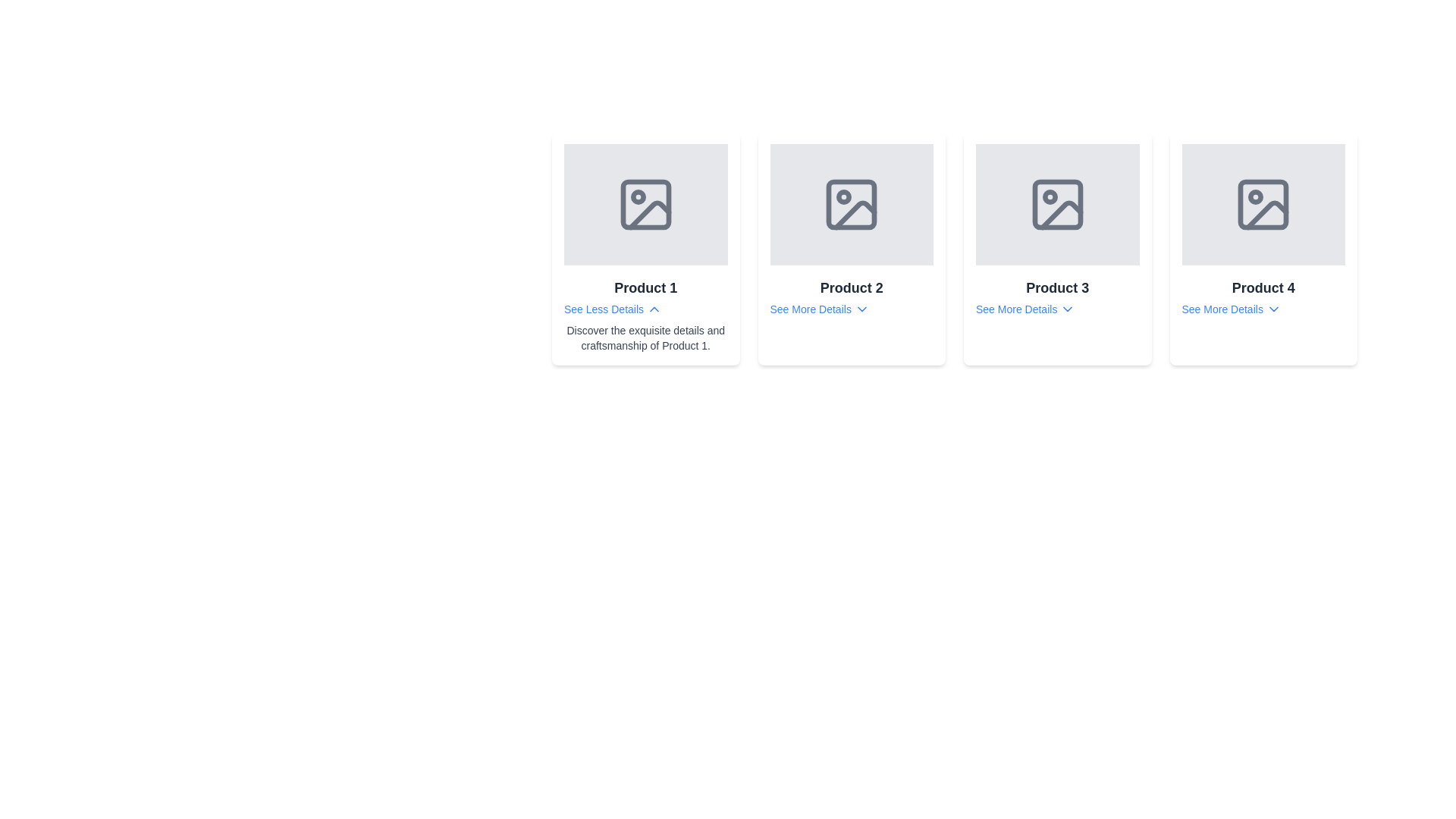  What do you see at coordinates (613, 309) in the screenshot?
I see `the toggle button styled as a link with an icon` at bounding box center [613, 309].